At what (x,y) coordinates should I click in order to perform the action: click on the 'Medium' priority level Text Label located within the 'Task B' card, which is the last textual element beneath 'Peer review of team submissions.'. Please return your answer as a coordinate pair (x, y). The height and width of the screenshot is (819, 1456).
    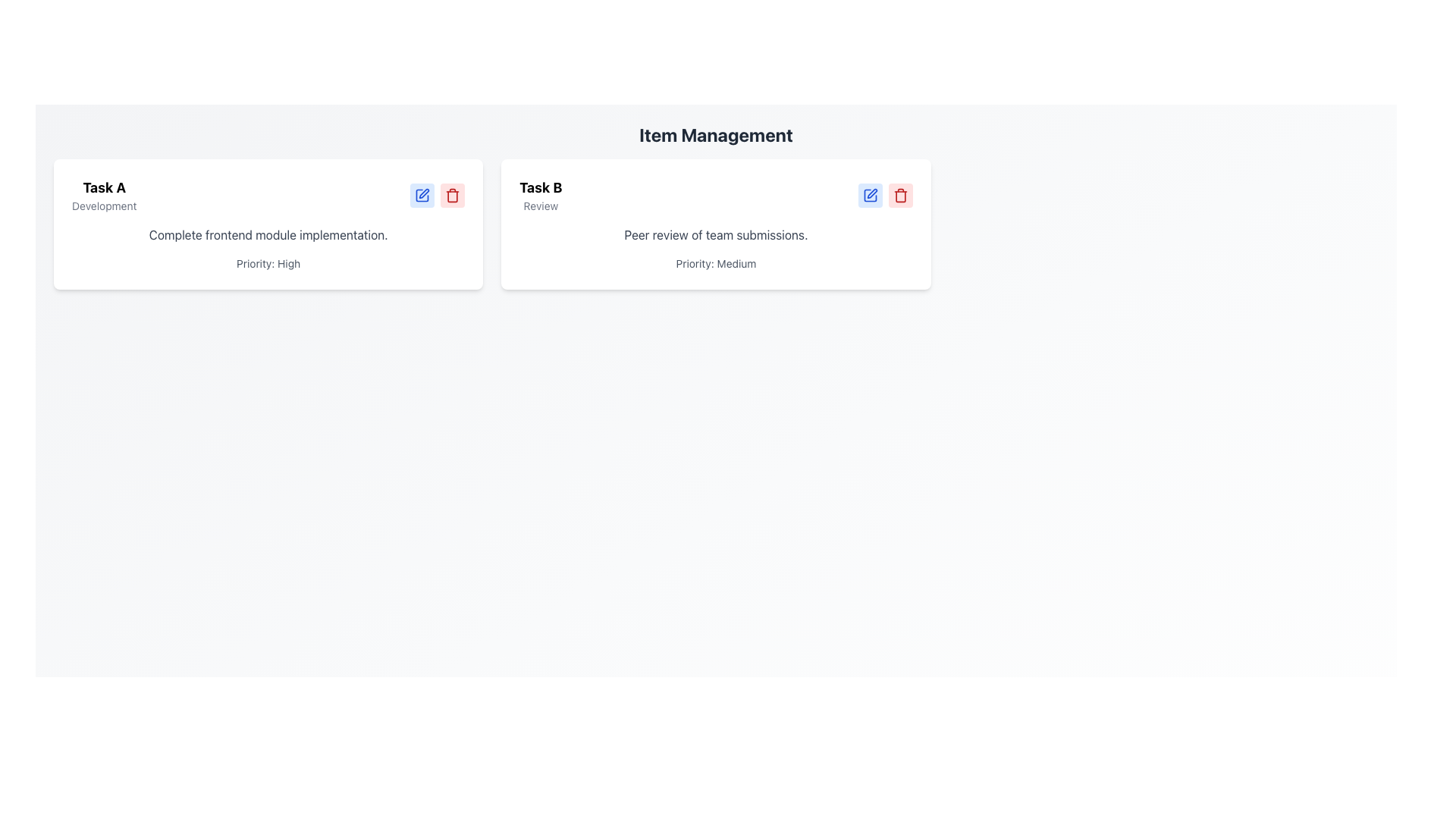
    Looking at the image, I should click on (715, 262).